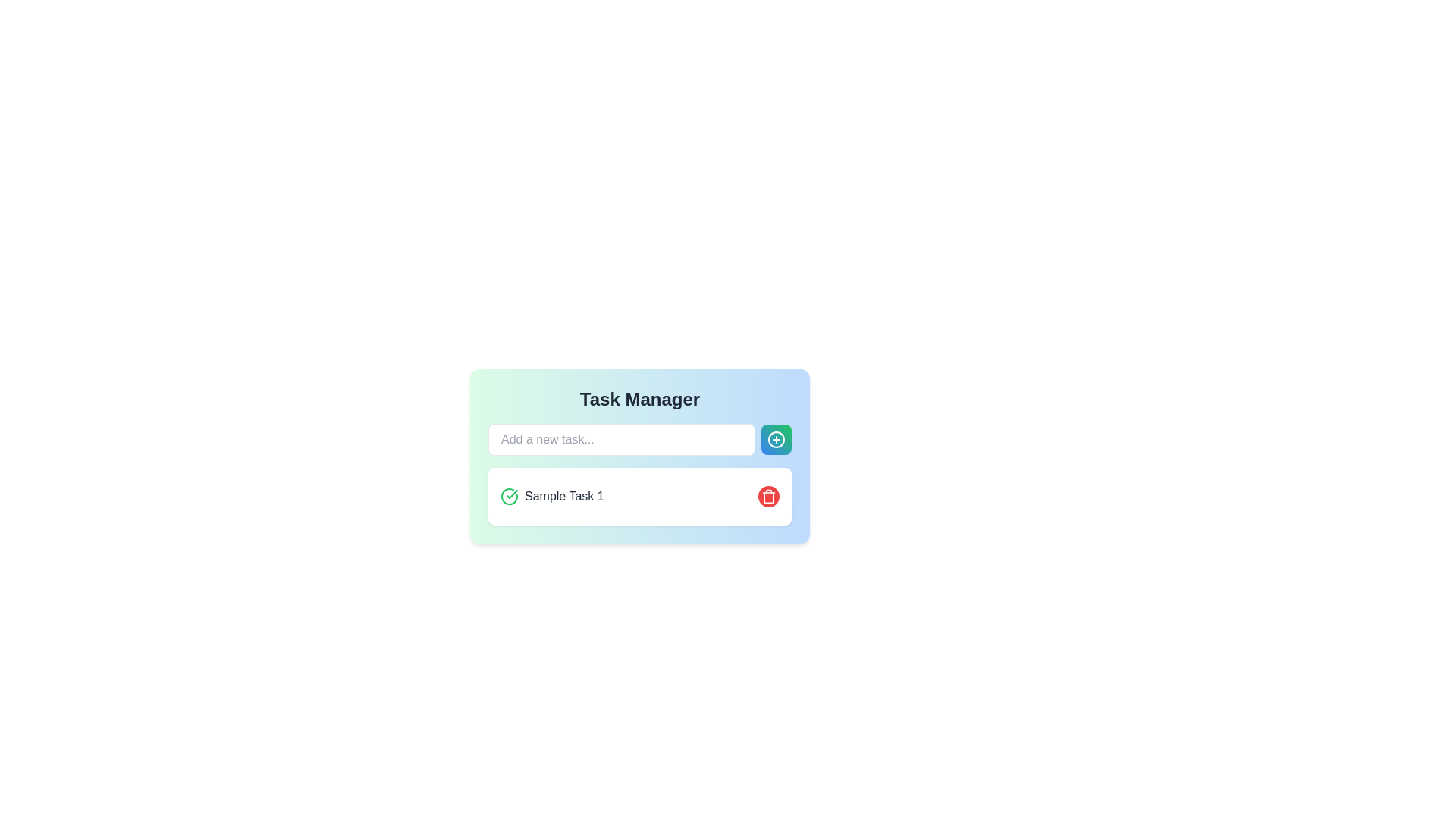 Image resolution: width=1456 pixels, height=819 pixels. Describe the element at coordinates (776, 439) in the screenshot. I see `the button with a gradient background transitioning from blue to green, which has a white circular icon with a '+' symbol inside, to change its gradient` at that location.